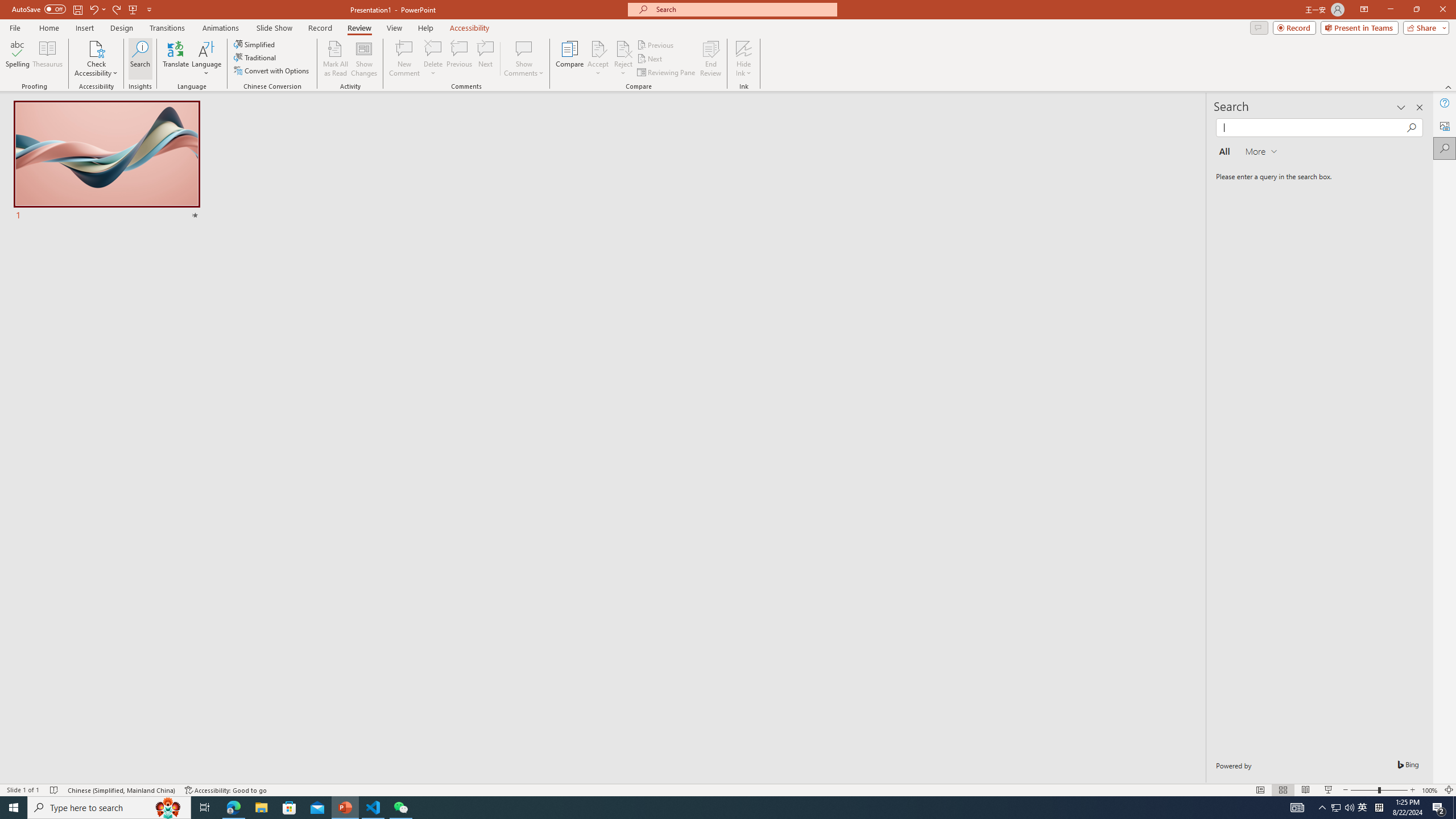  Describe the element at coordinates (598, 59) in the screenshot. I see `'Accept'` at that location.